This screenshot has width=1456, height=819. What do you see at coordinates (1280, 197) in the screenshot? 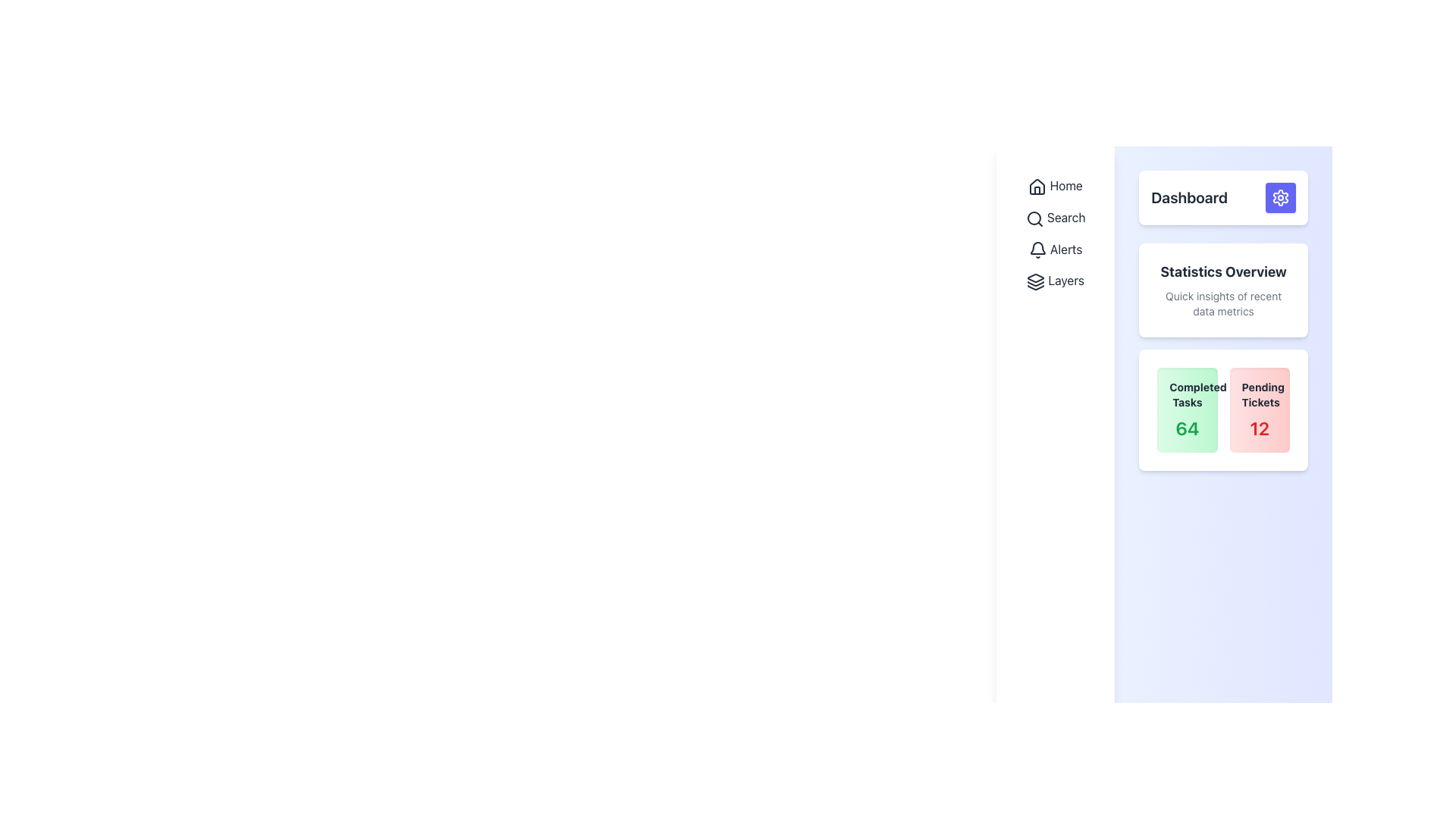
I see `the blue gear icon located on the dashboard` at bounding box center [1280, 197].